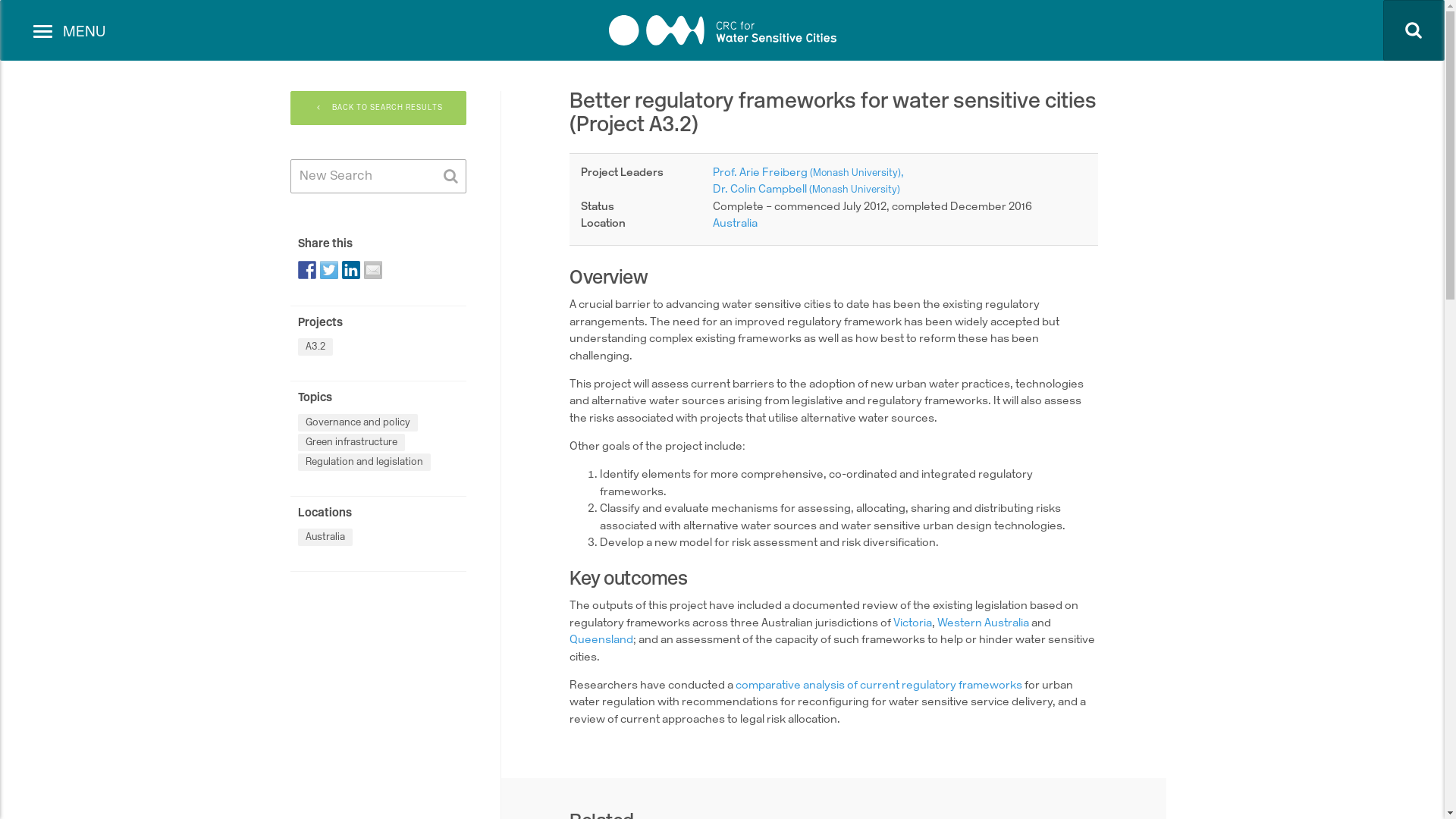  I want to click on 'Toggle navigation, so click(25, 42).